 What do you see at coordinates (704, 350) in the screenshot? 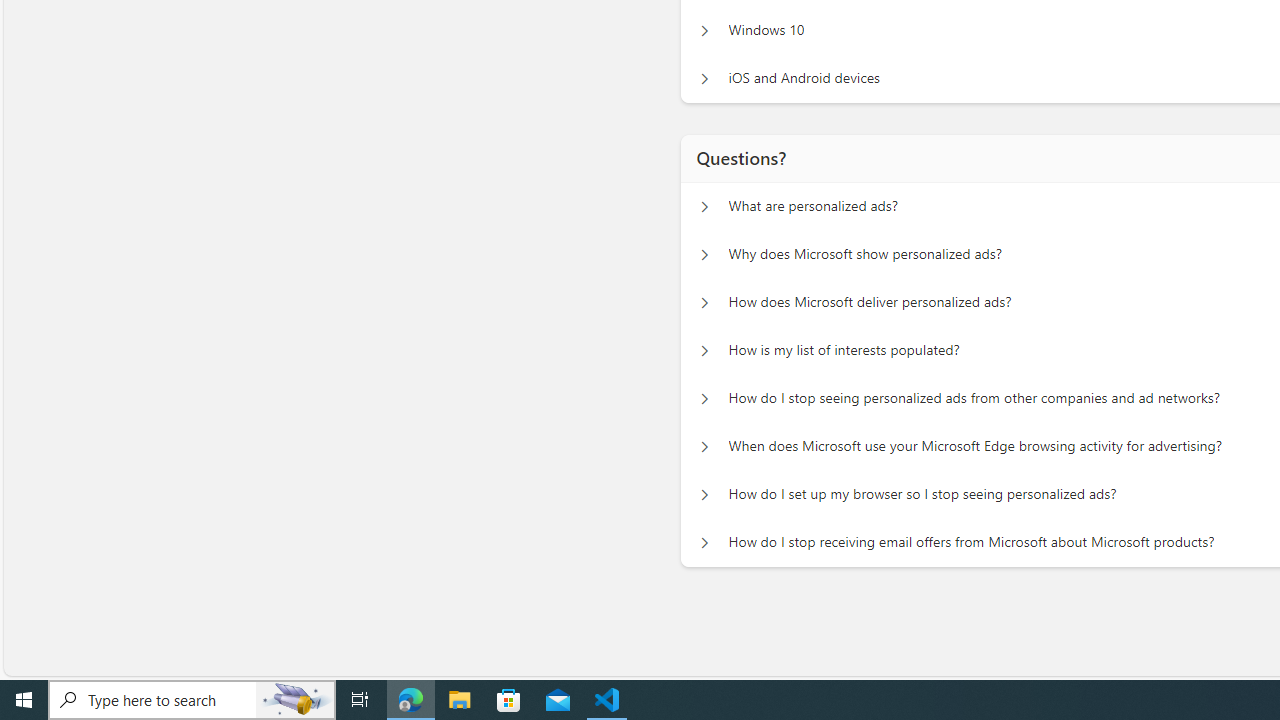
I see `'Questions? How is my list of interests populated?'` at bounding box center [704, 350].